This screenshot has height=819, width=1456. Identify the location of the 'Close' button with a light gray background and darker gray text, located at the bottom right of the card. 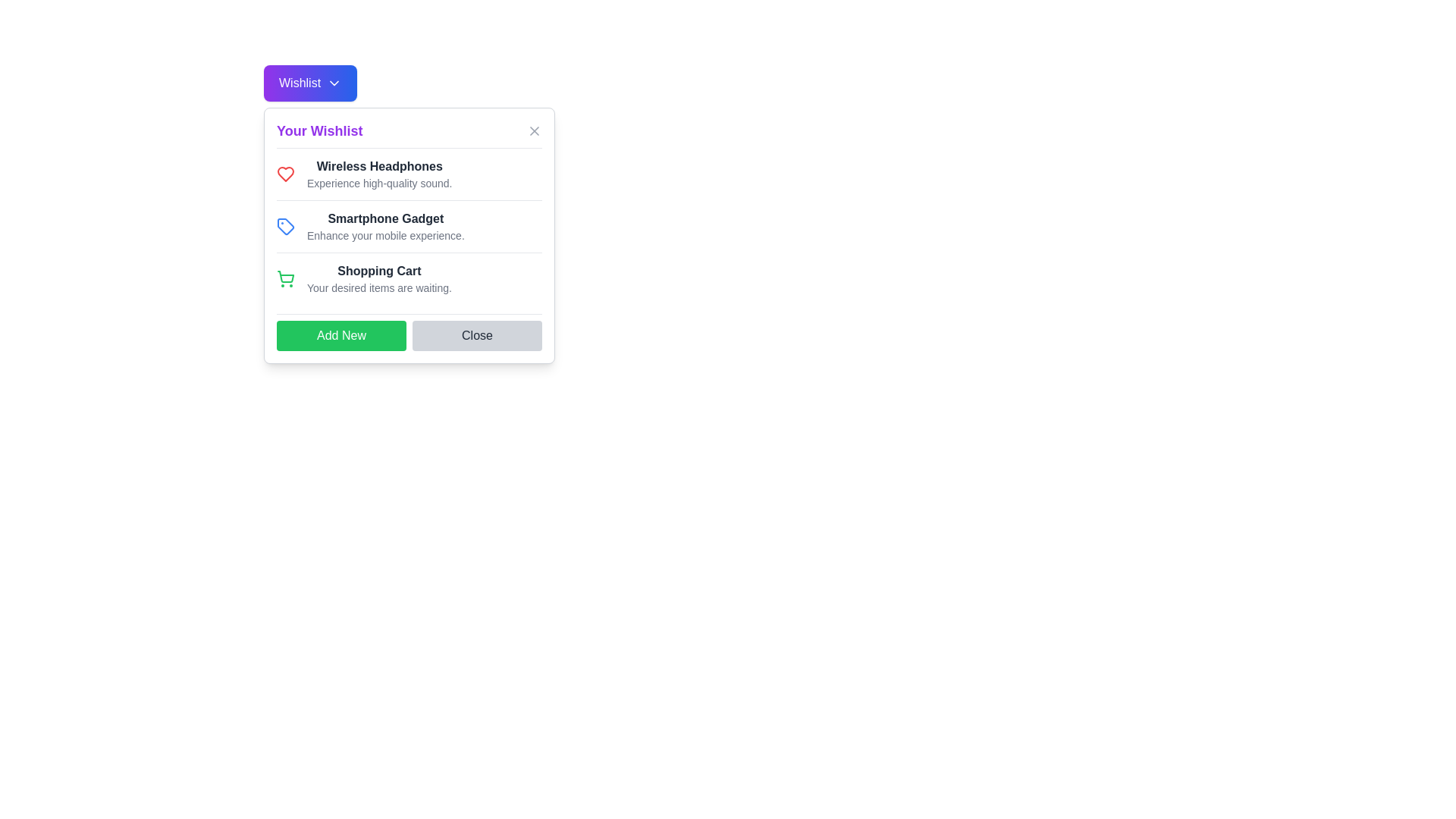
(476, 335).